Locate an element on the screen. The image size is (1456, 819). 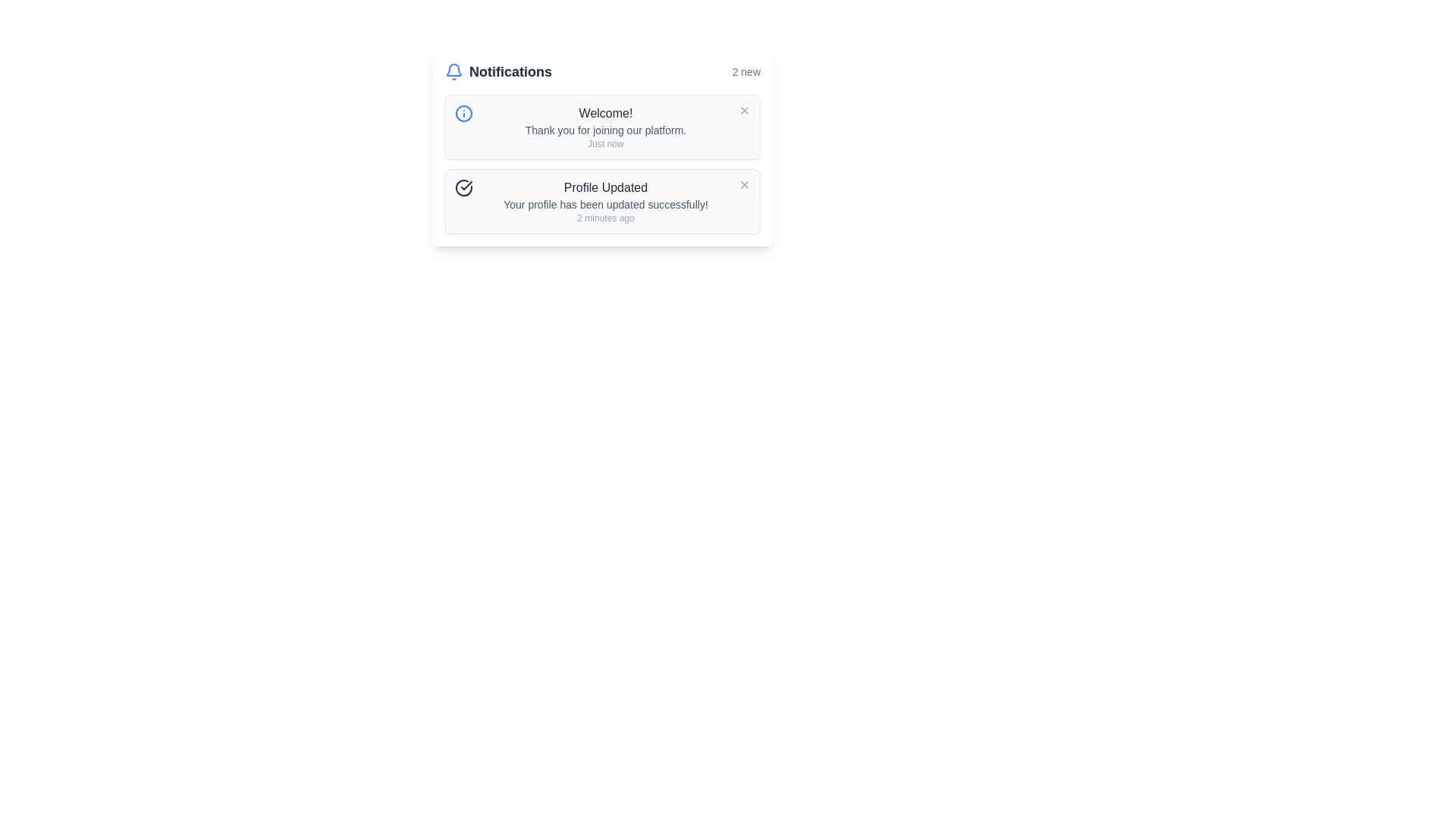
the welcoming message text that provides additional description within the notification section, located between the 'Welcome!' header and the timestamp 'Just now' is located at coordinates (604, 130).